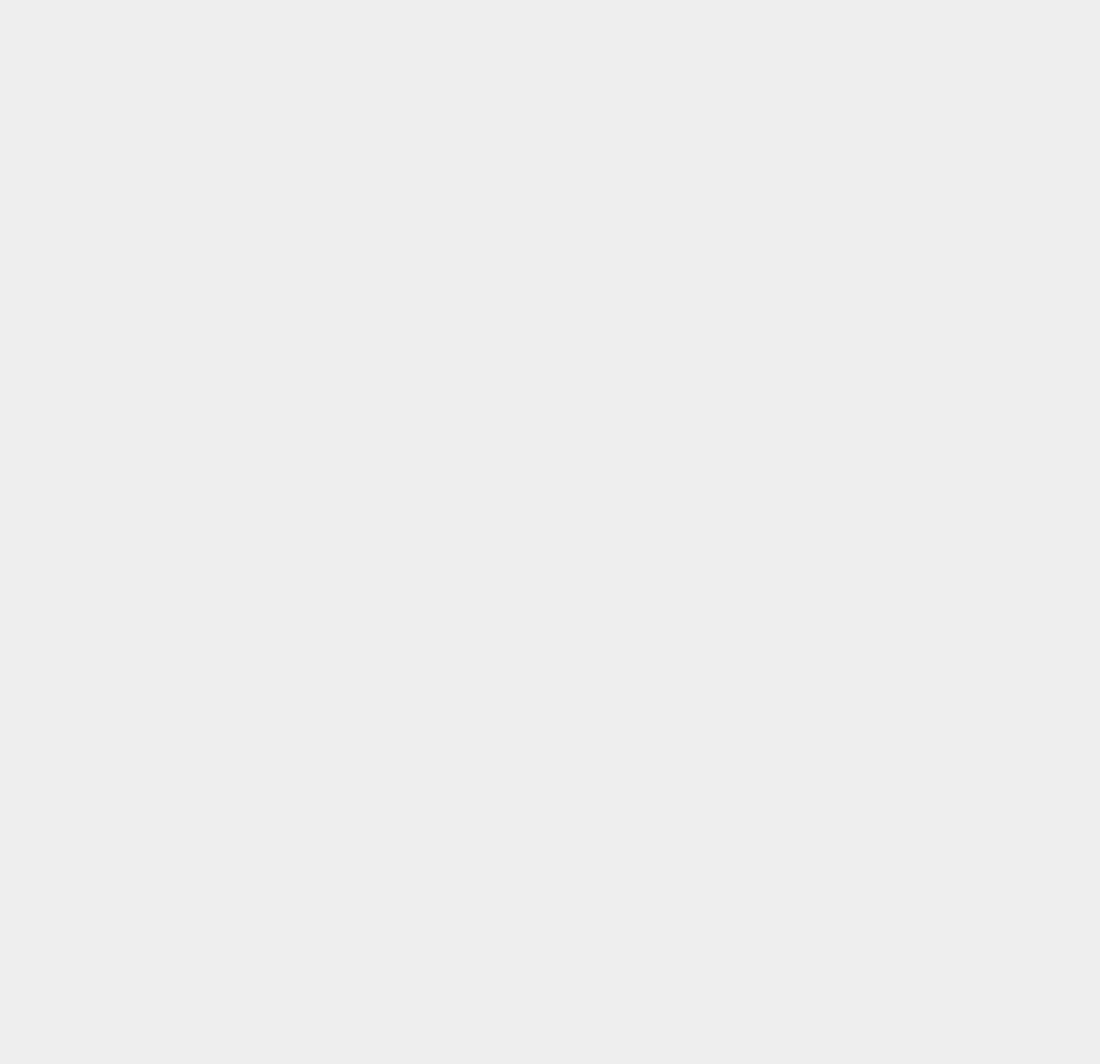 The image size is (1100, 1064). I want to click on 'Google Plus', so click(778, 26).